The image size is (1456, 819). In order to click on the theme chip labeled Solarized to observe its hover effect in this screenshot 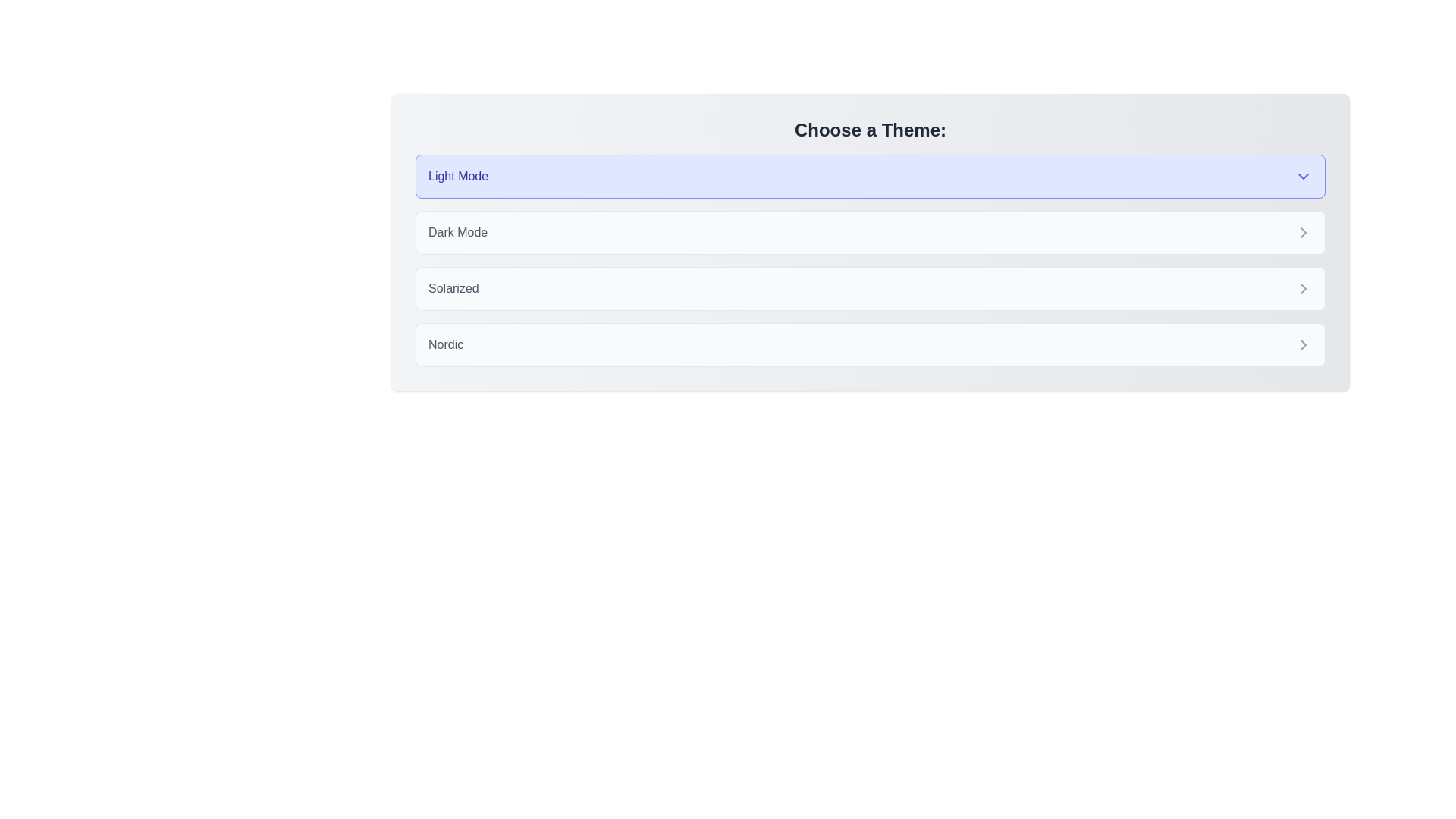, I will do `click(870, 289)`.